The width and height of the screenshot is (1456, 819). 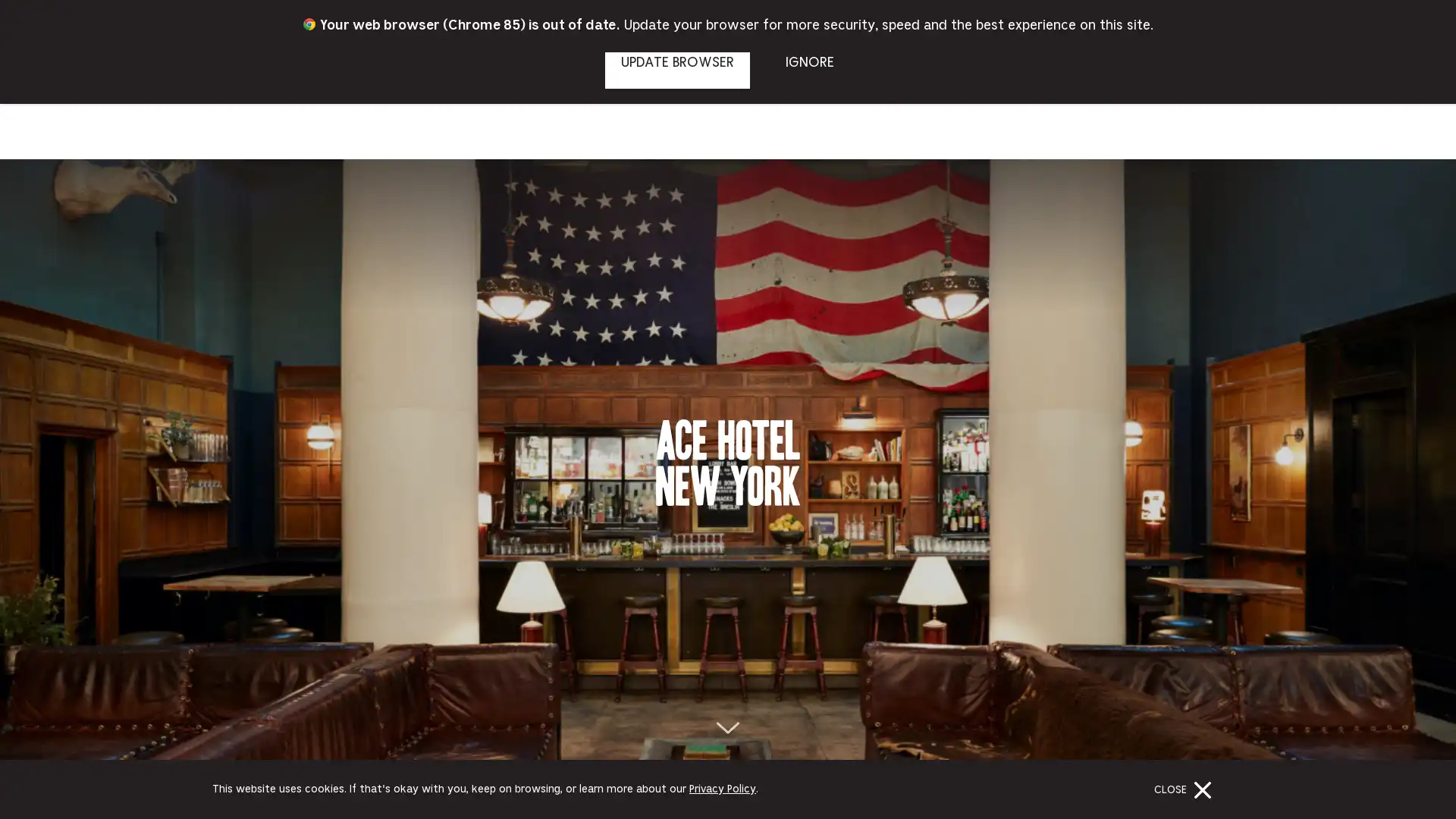 What do you see at coordinates (808, 70) in the screenshot?
I see `IGNORE` at bounding box center [808, 70].